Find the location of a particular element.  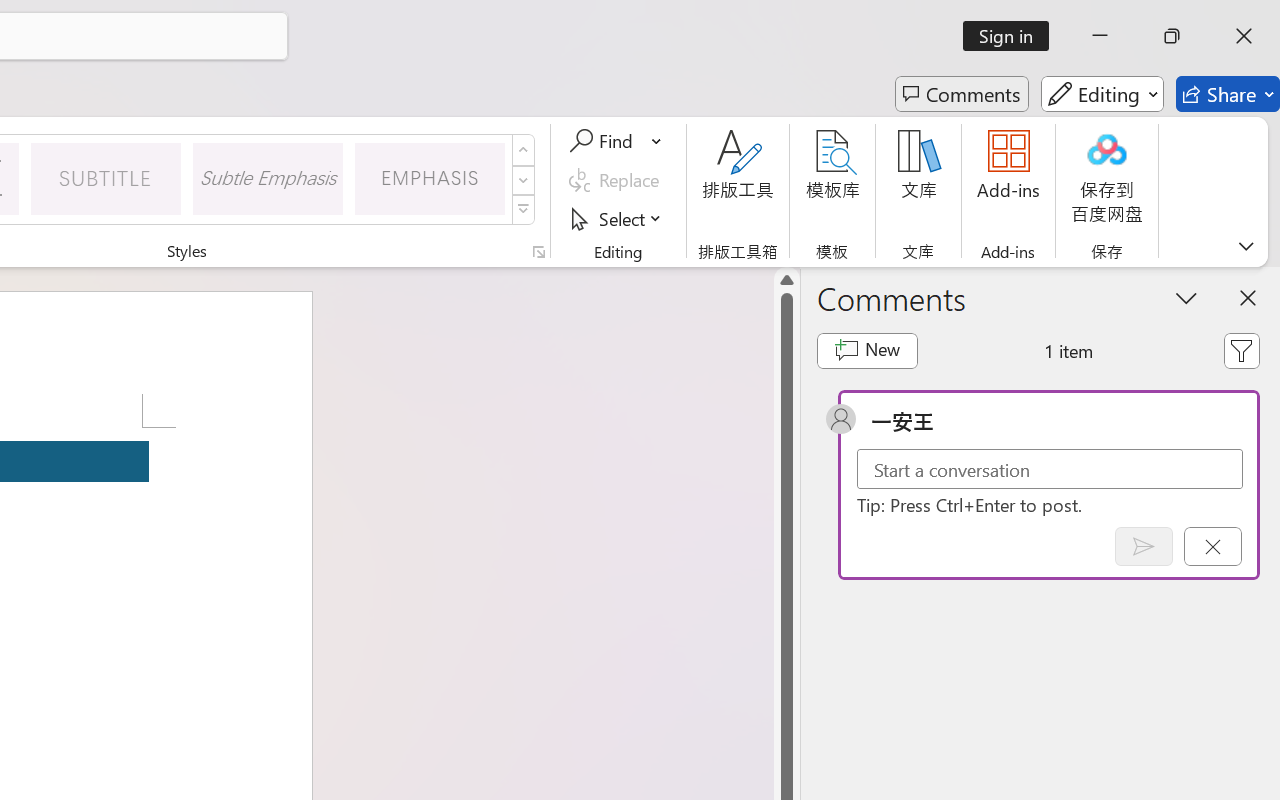

'Start a conversation' is located at coordinates (1049, 469).